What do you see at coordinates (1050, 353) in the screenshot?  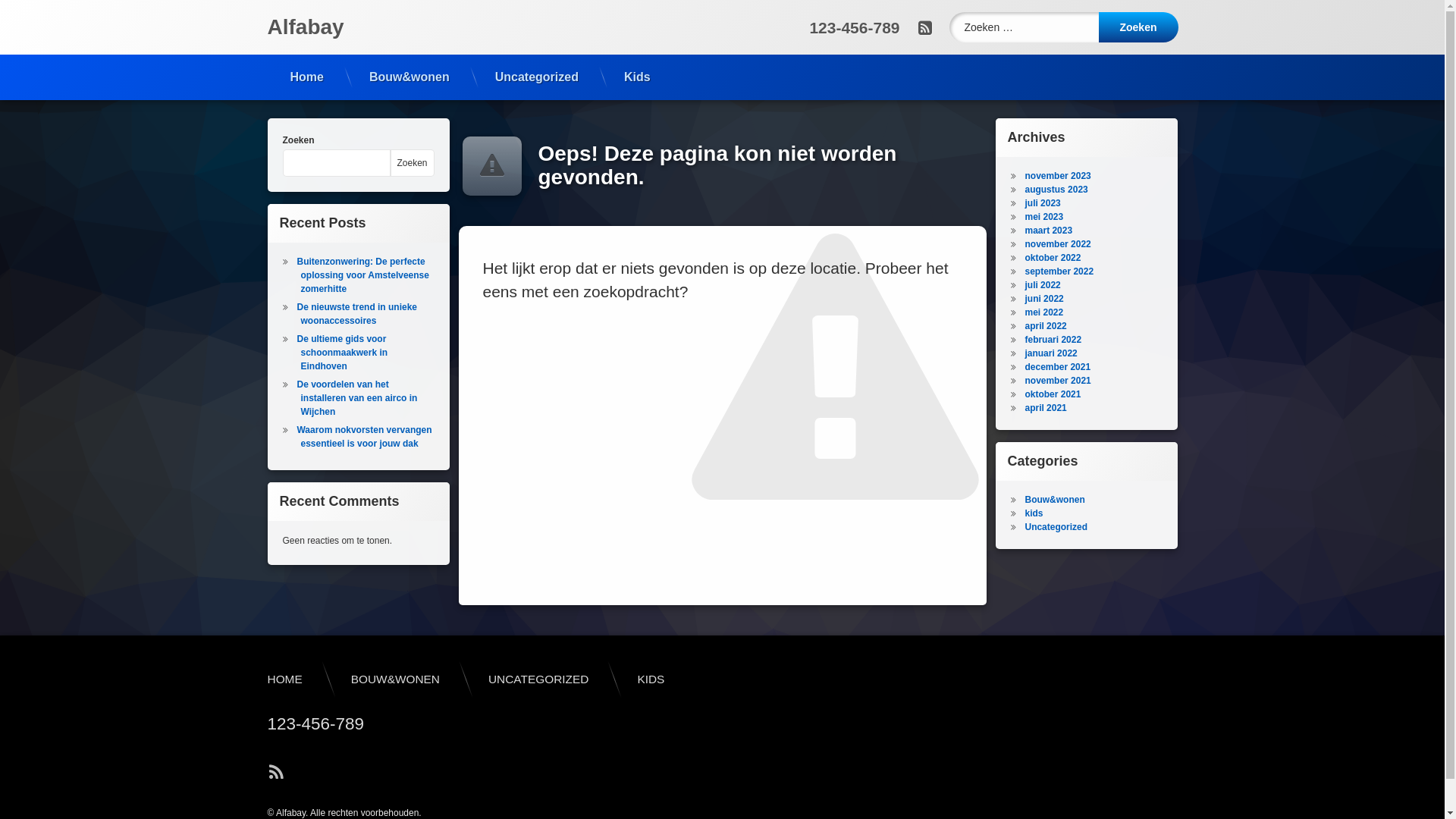 I see `'januari 2022'` at bounding box center [1050, 353].